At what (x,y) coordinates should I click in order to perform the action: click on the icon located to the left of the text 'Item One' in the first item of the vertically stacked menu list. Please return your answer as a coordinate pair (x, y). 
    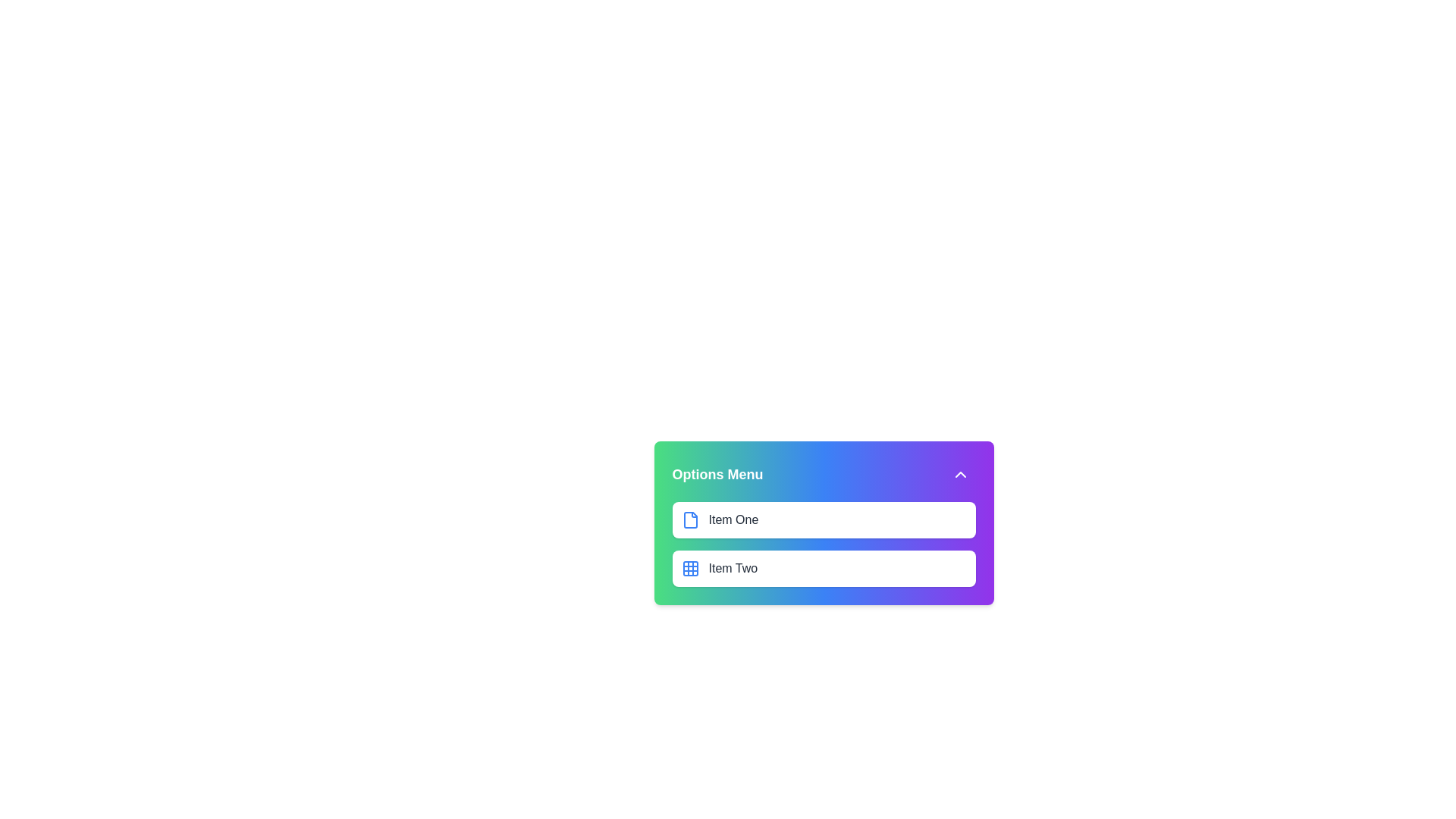
    Looking at the image, I should click on (689, 519).